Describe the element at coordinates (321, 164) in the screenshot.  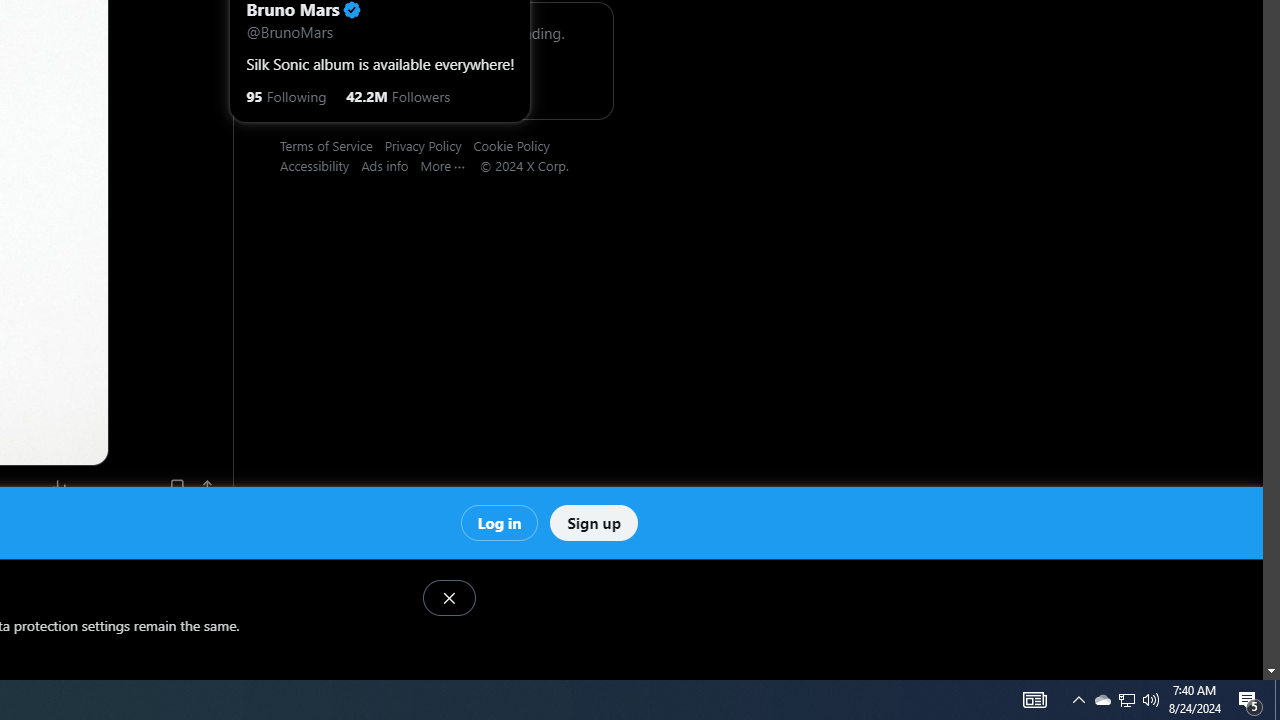
I see `'Accessibility'` at that location.